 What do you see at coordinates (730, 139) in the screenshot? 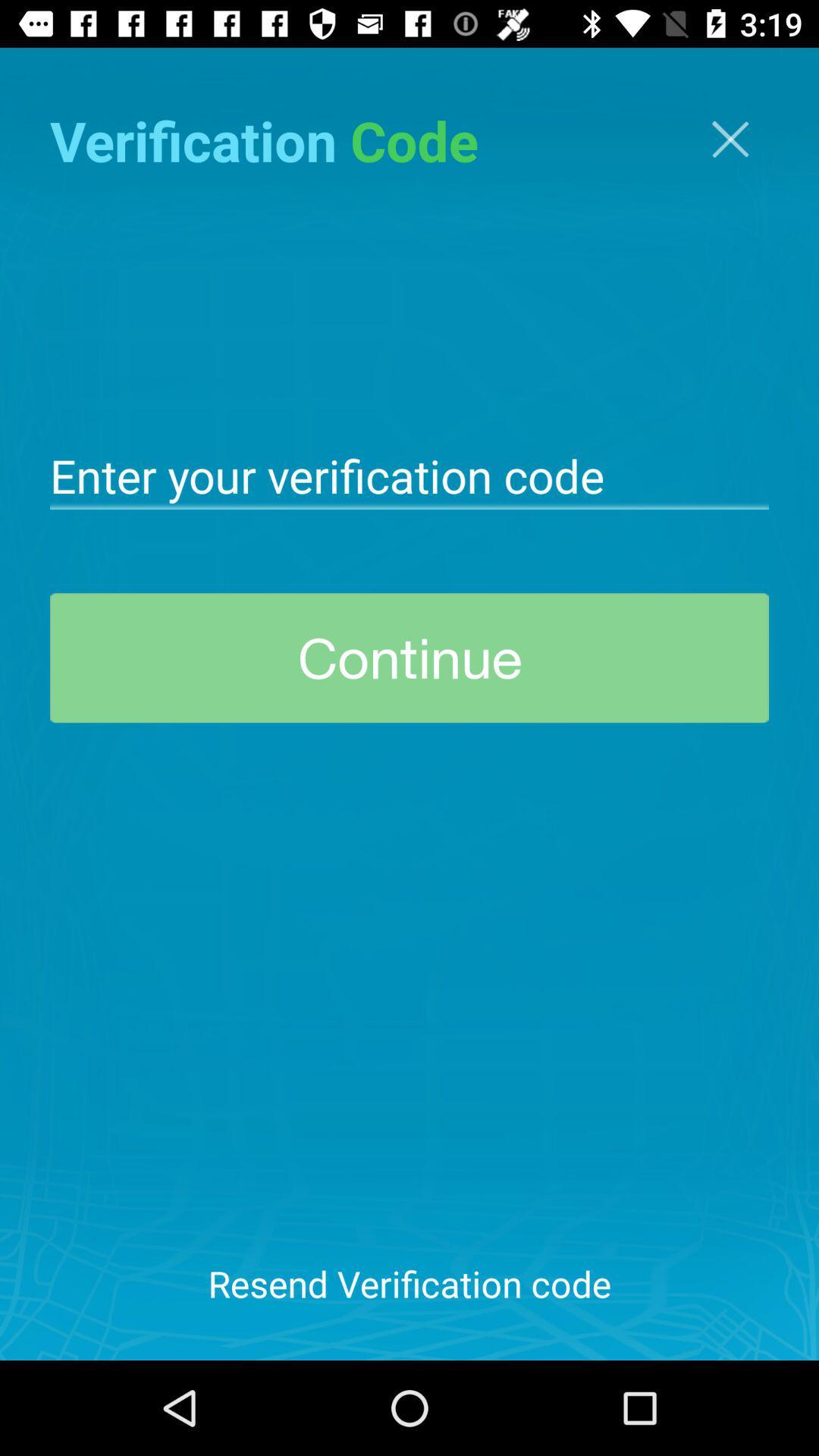
I see `the icon to the right of verification code icon` at bounding box center [730, 139].